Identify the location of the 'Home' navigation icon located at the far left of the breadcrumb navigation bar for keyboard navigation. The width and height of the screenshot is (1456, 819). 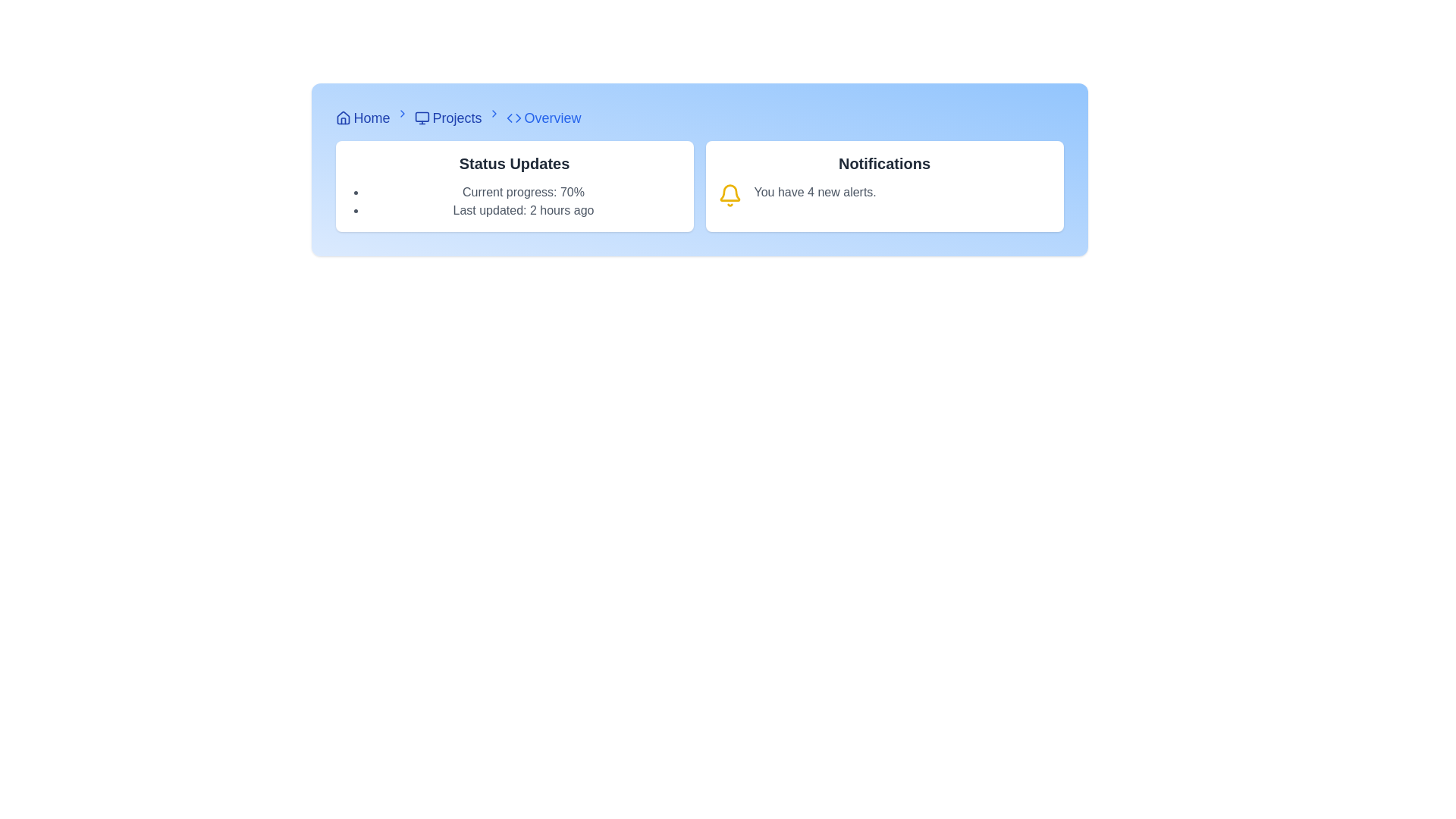
(342, 117).